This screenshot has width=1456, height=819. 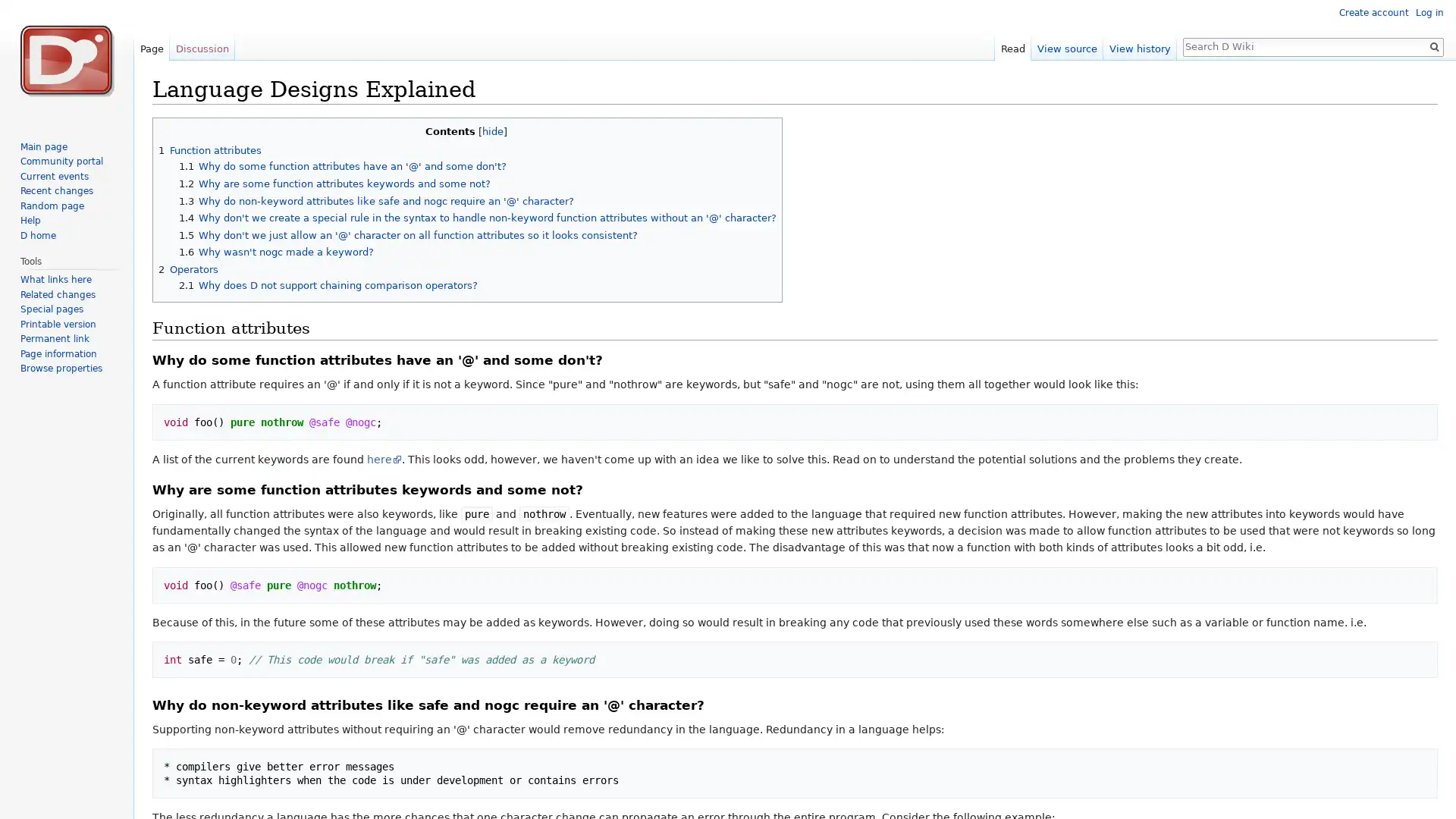 I want to click on Go, so click(x=1433, y=45).